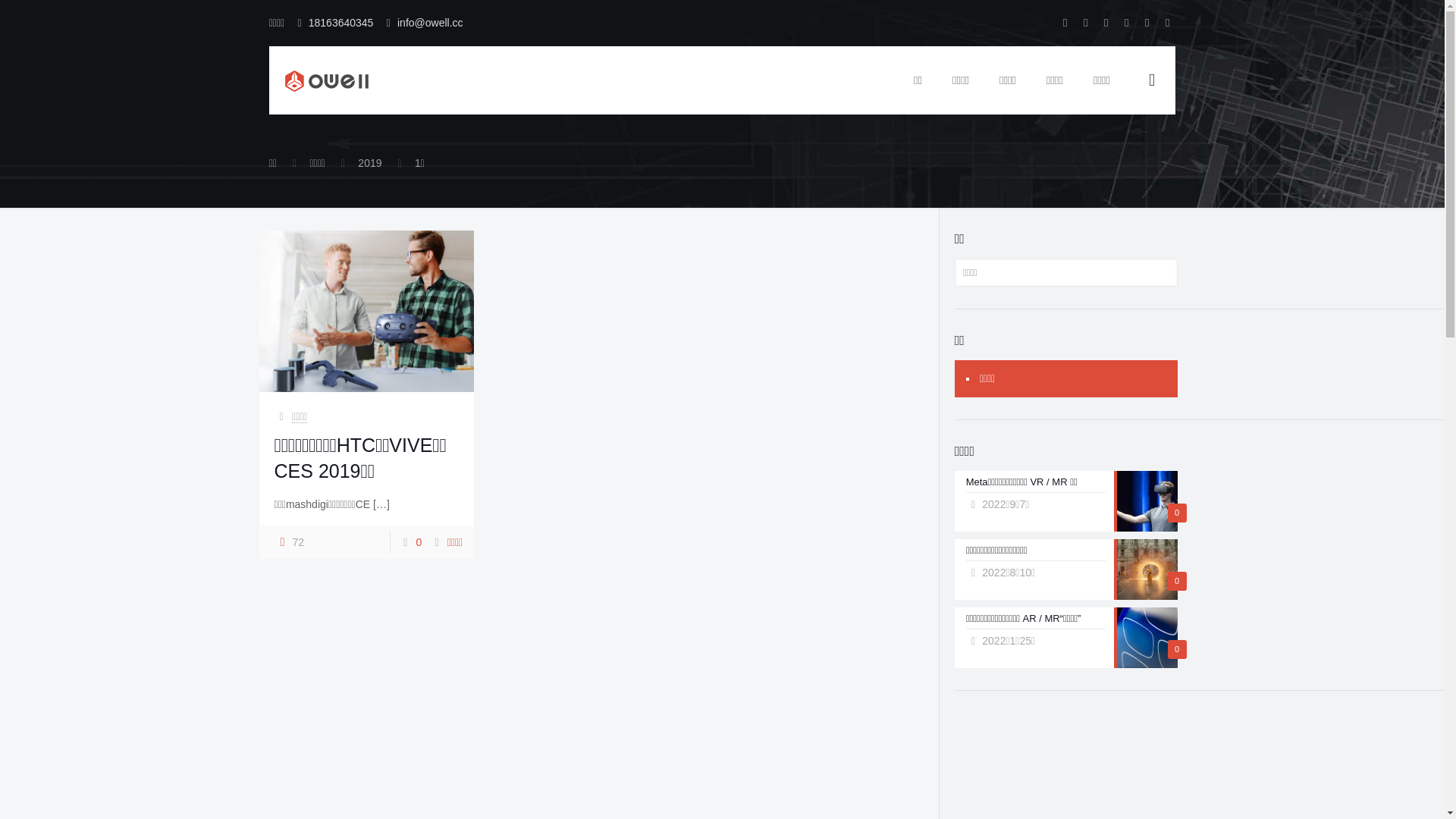 The width and height of the screenshot is (1456, 819). What do you see at coordinates (340, 23) in the screenshot?
I see `'18163640345'` at bounding box center [340, 23].